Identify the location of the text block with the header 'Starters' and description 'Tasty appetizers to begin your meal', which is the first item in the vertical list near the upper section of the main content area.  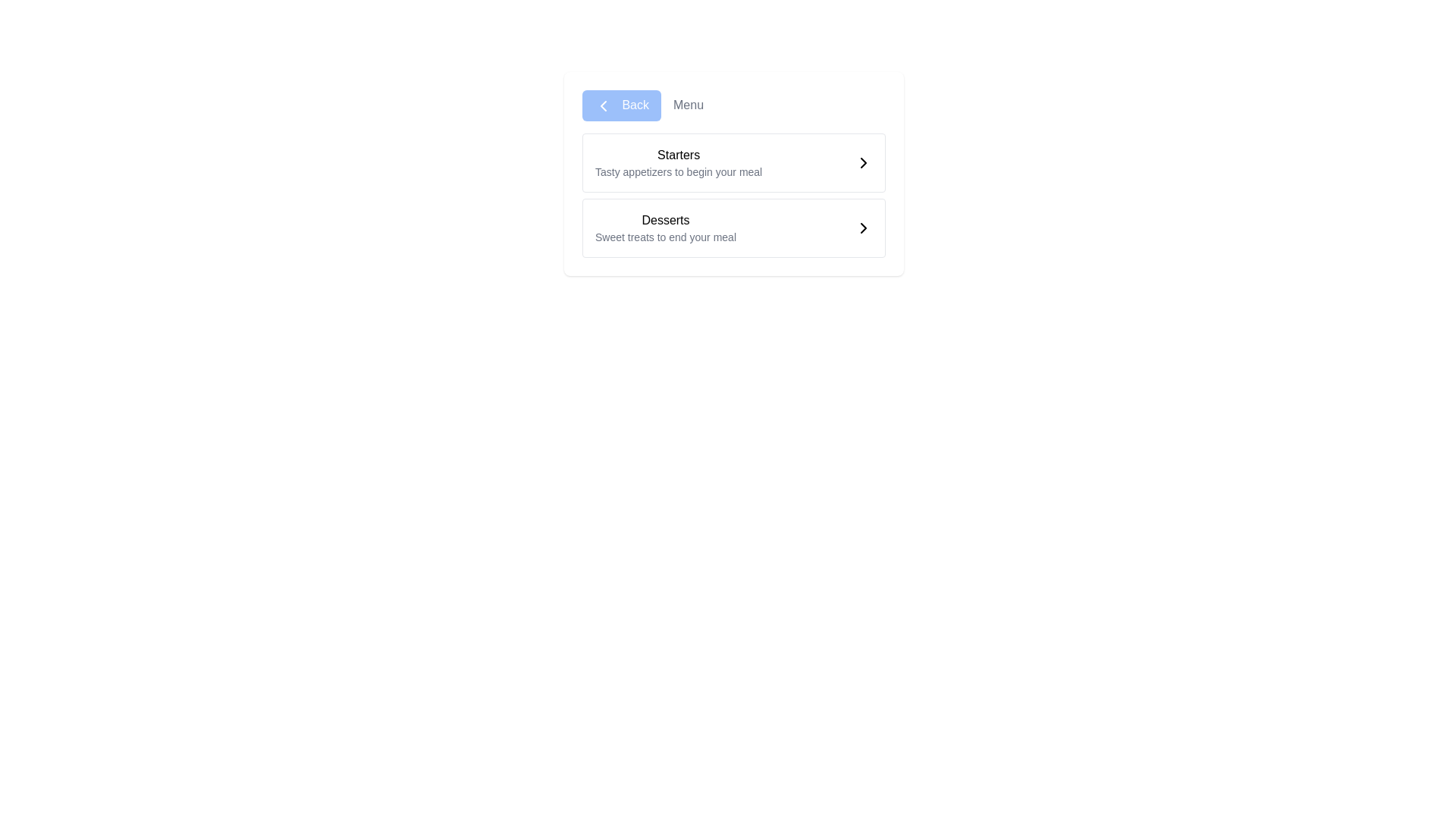
(734, 162).